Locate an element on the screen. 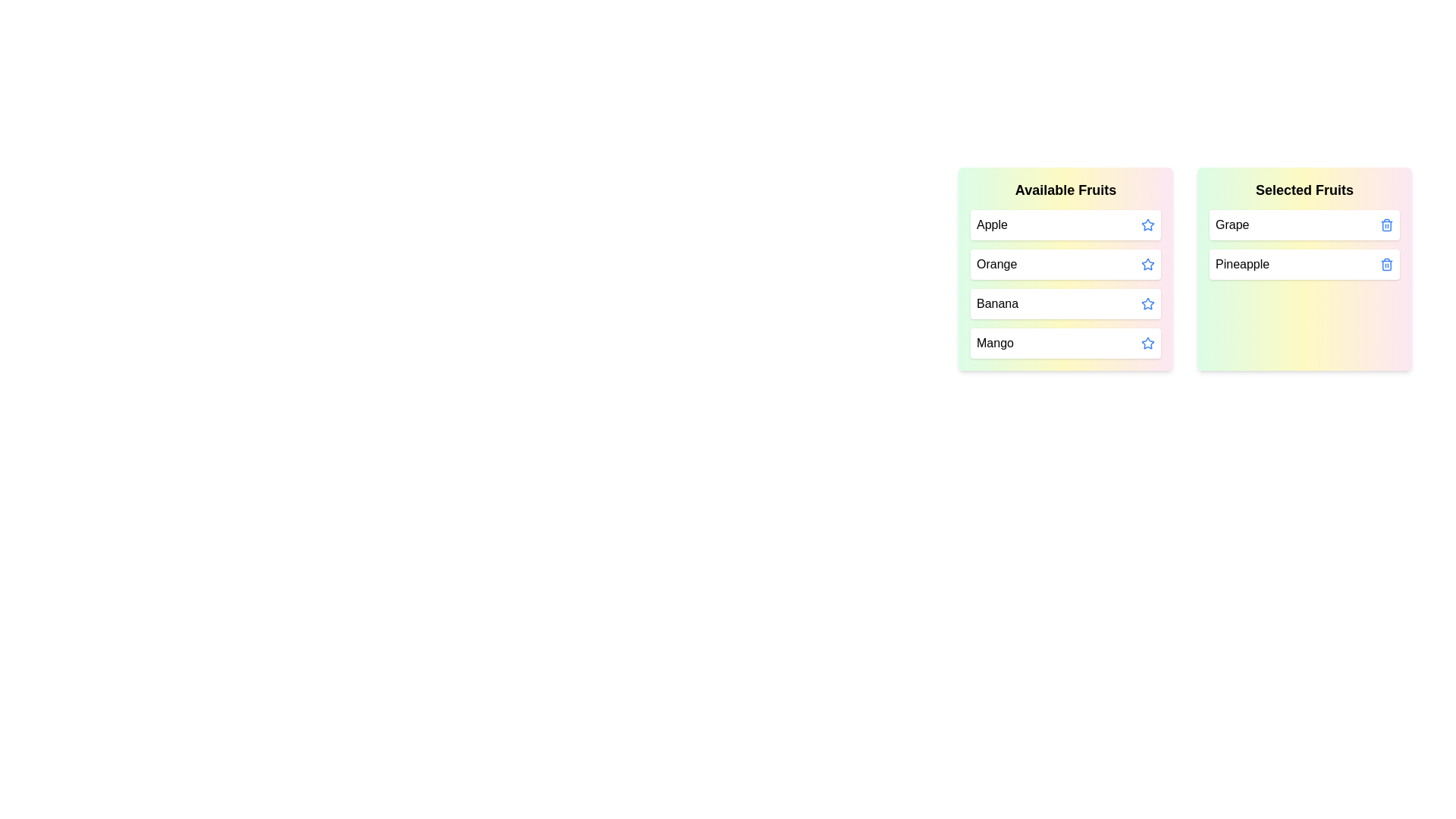 This screenshot has height=819, width=1456. the star icon of the fruit Banana to move it to the 'Selected Fruits' list is located at coordinates (1147, 304).